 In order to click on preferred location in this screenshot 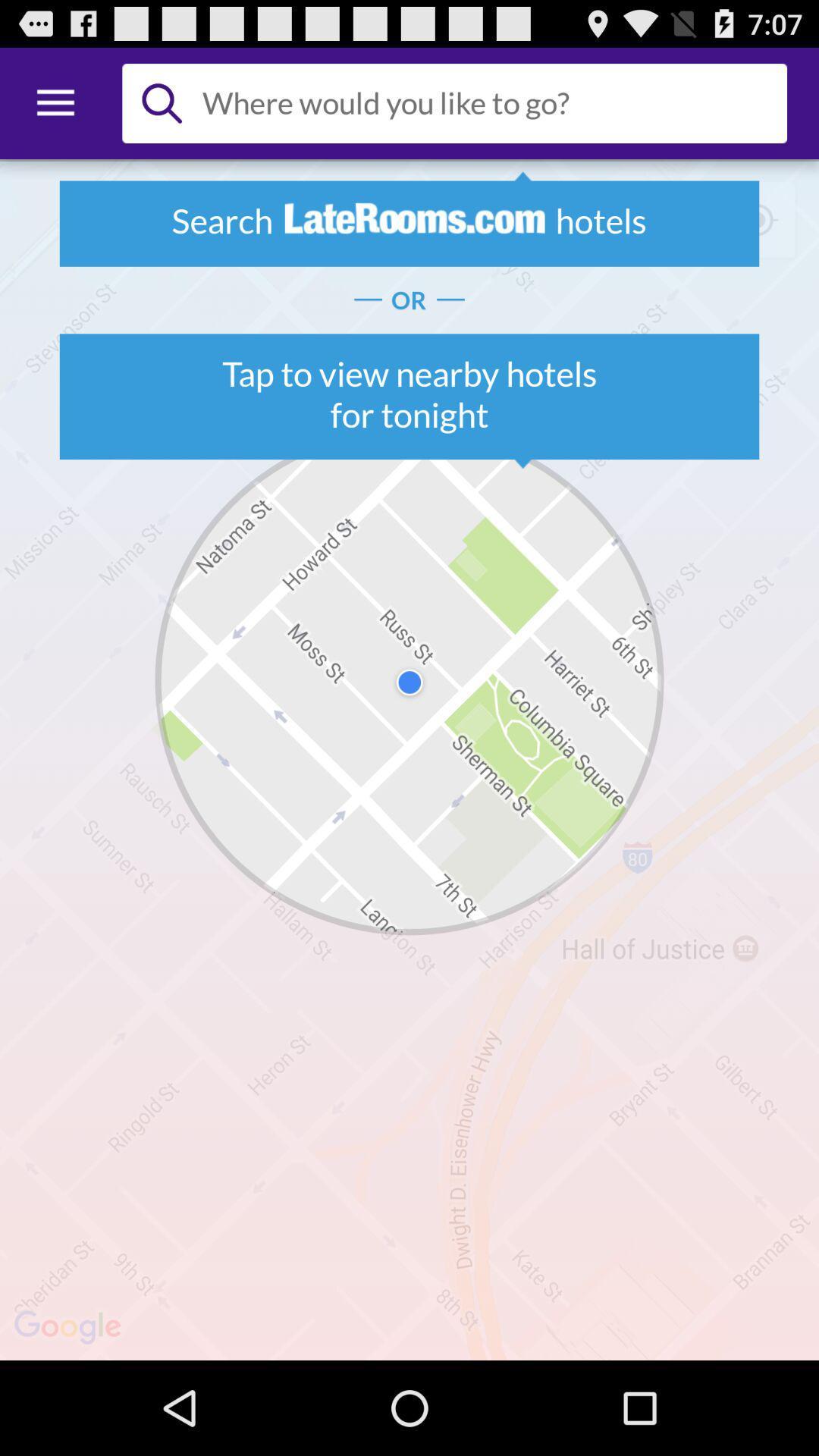, I will do `click(488, 102)`.